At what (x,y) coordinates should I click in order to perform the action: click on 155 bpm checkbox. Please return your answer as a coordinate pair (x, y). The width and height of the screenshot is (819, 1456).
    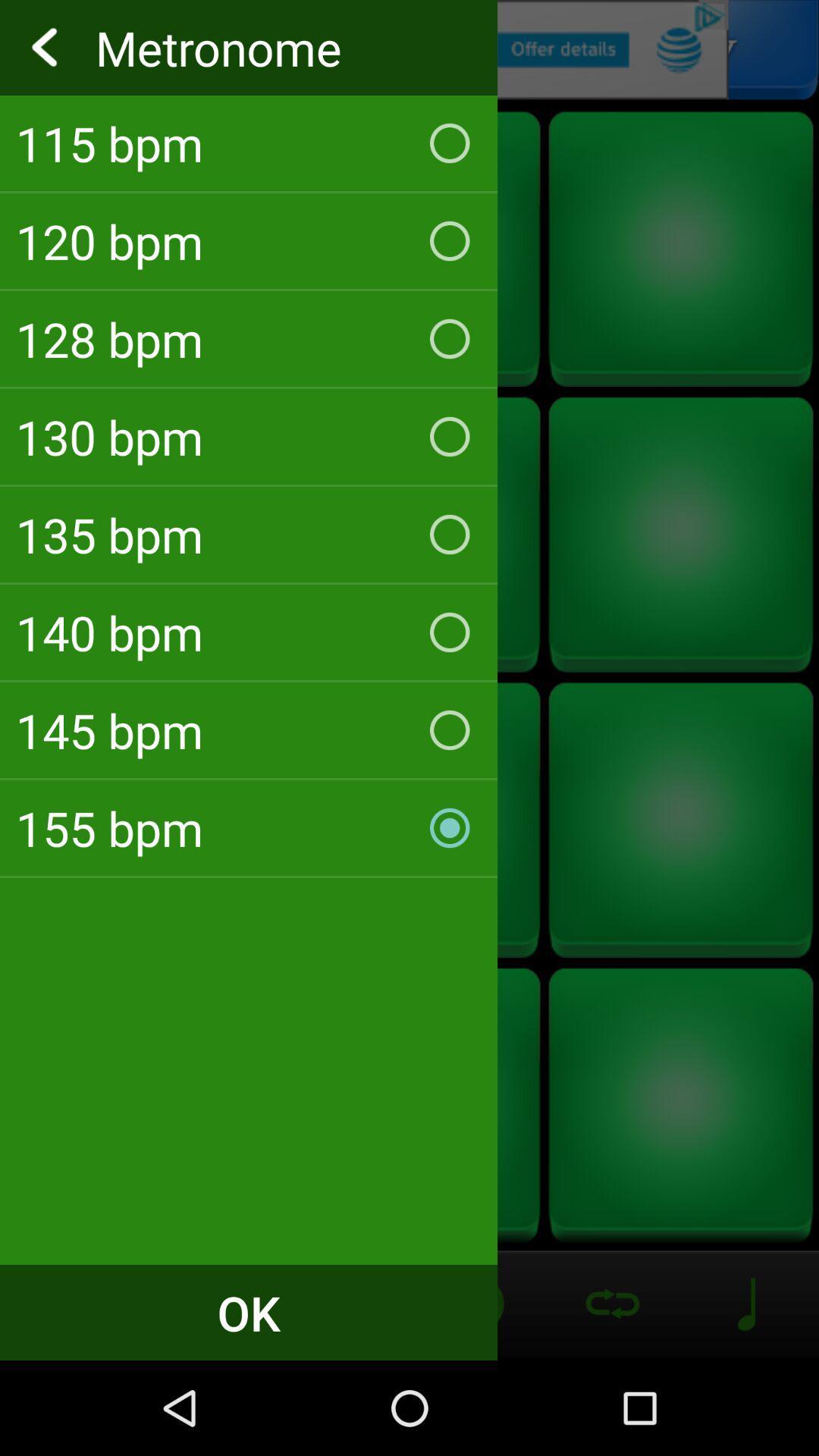
    Looking at the image, I should click on (248, 827).